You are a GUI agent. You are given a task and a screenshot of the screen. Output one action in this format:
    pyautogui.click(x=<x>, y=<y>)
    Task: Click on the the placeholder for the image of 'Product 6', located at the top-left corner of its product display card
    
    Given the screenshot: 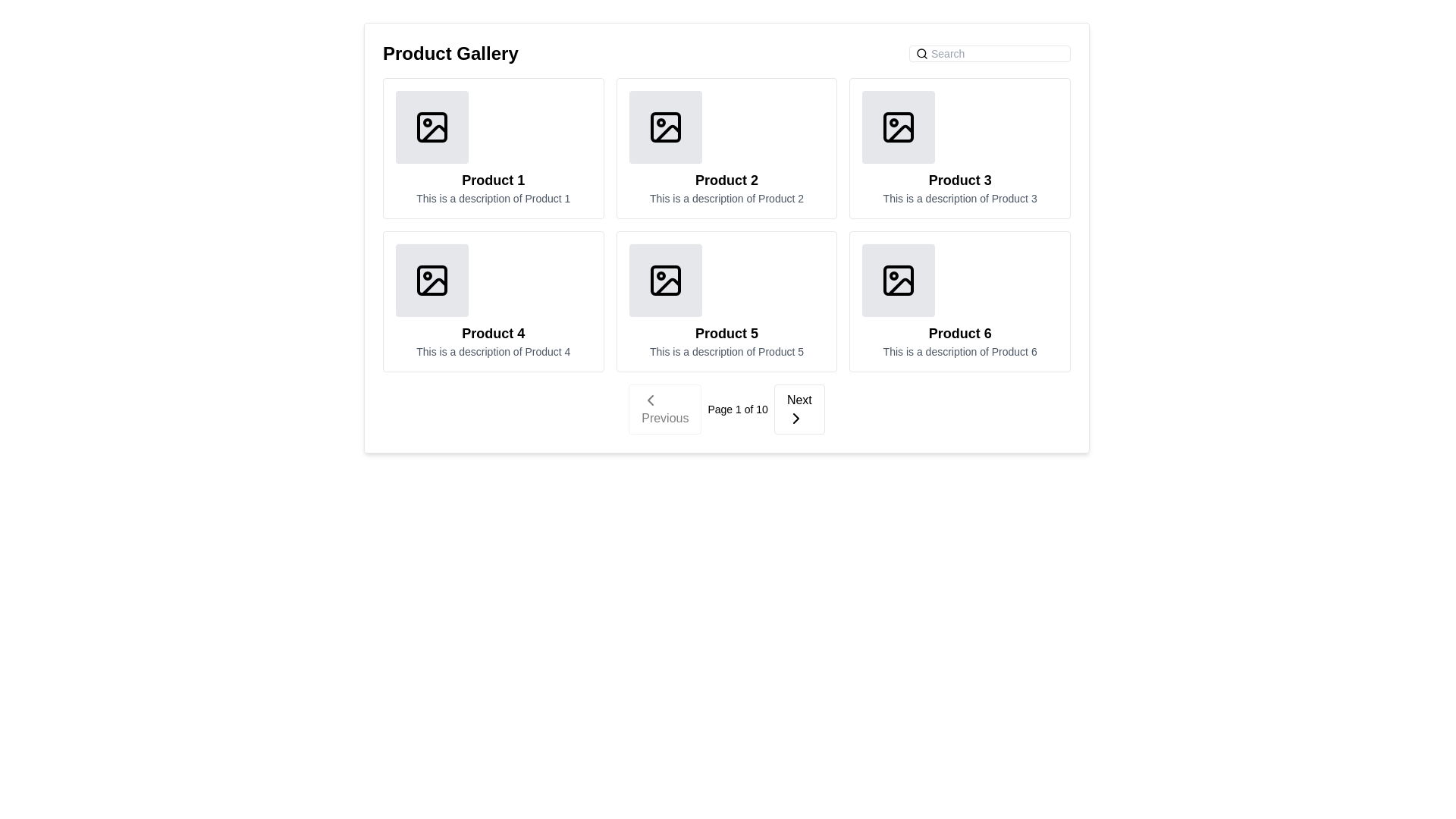 What is the action you would take?
    pyautogui.click(x=899, y=281)
    